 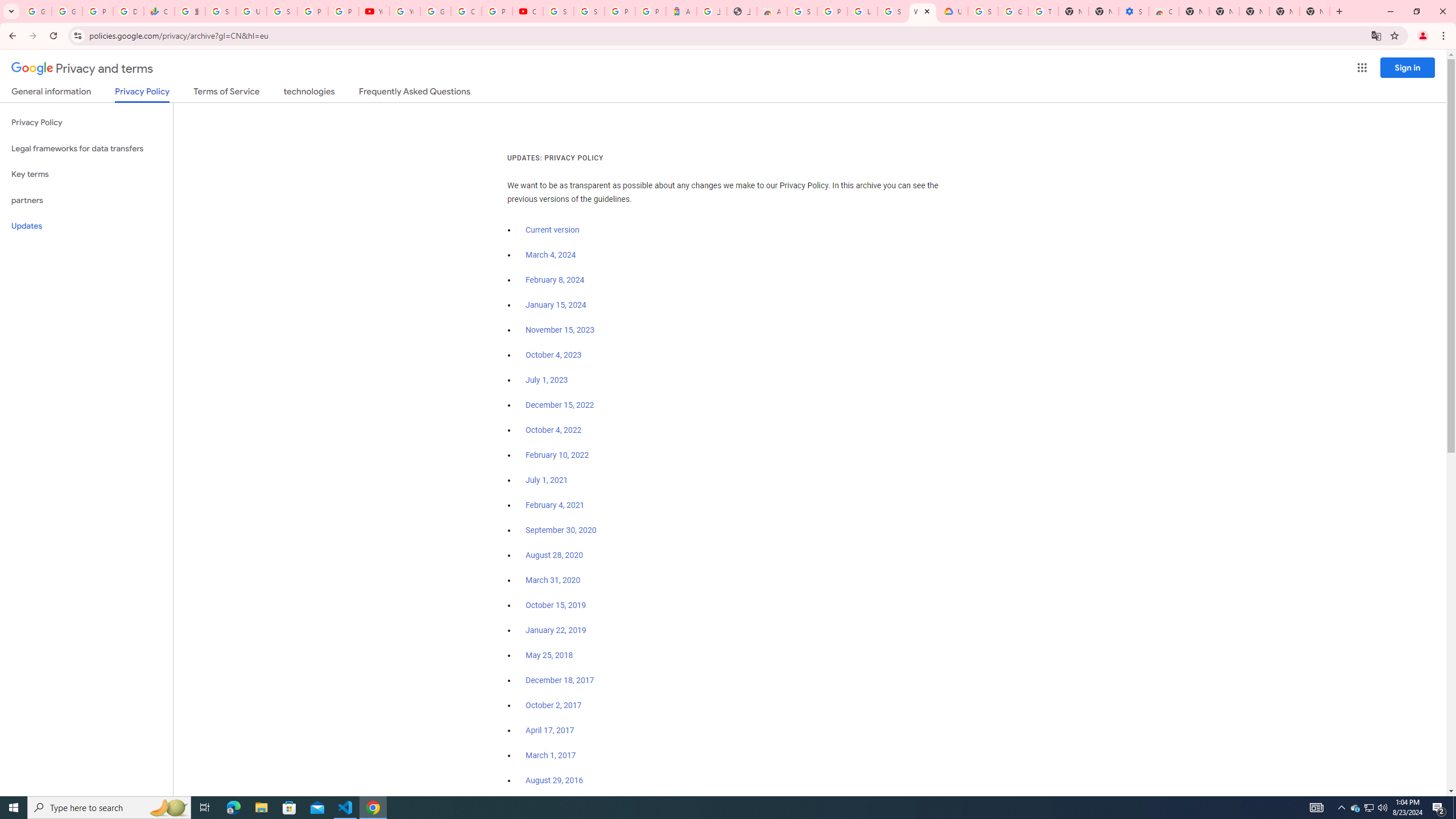 I want to click on 'You', so click(x=1423, y=35).